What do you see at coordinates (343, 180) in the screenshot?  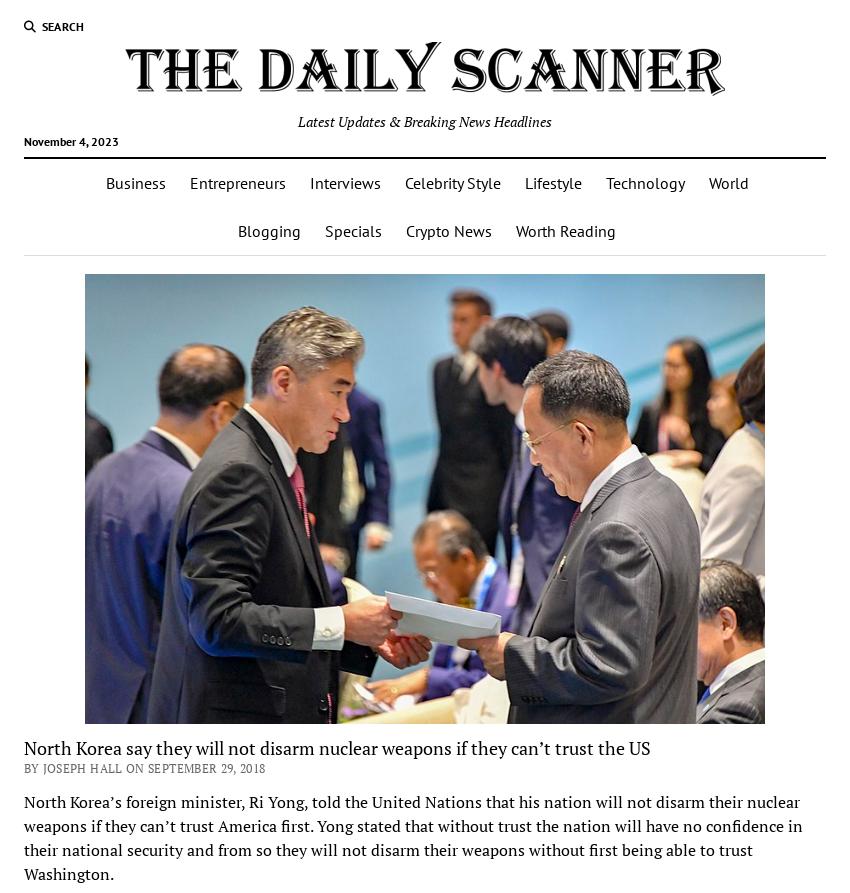 I see `'Interviews'` at bounding box center [343, 180].